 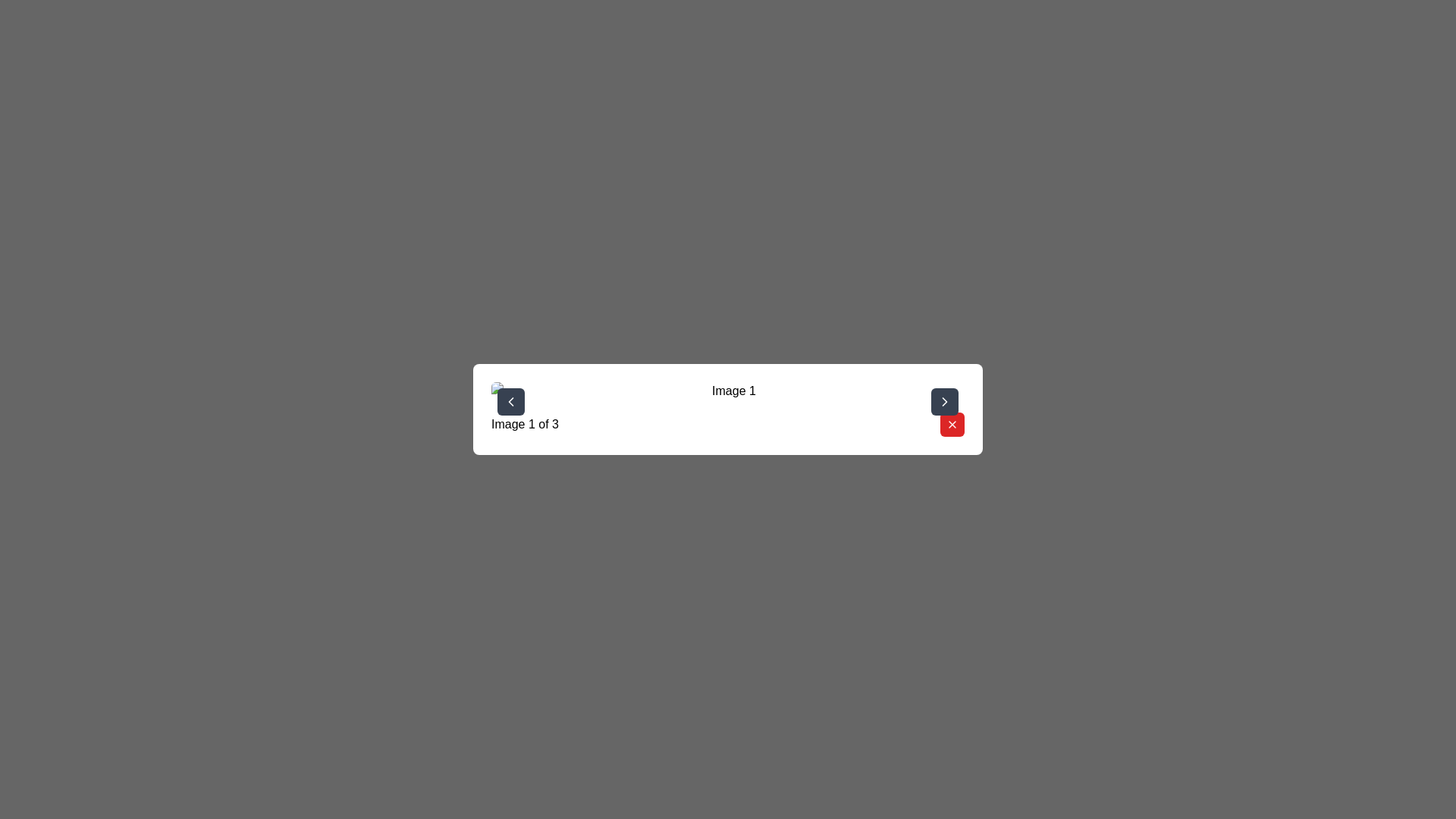 I want to click on the left-oriented chevron arrow button, which is the leftmost element in a group of buttons, so click(x=510, y=400).